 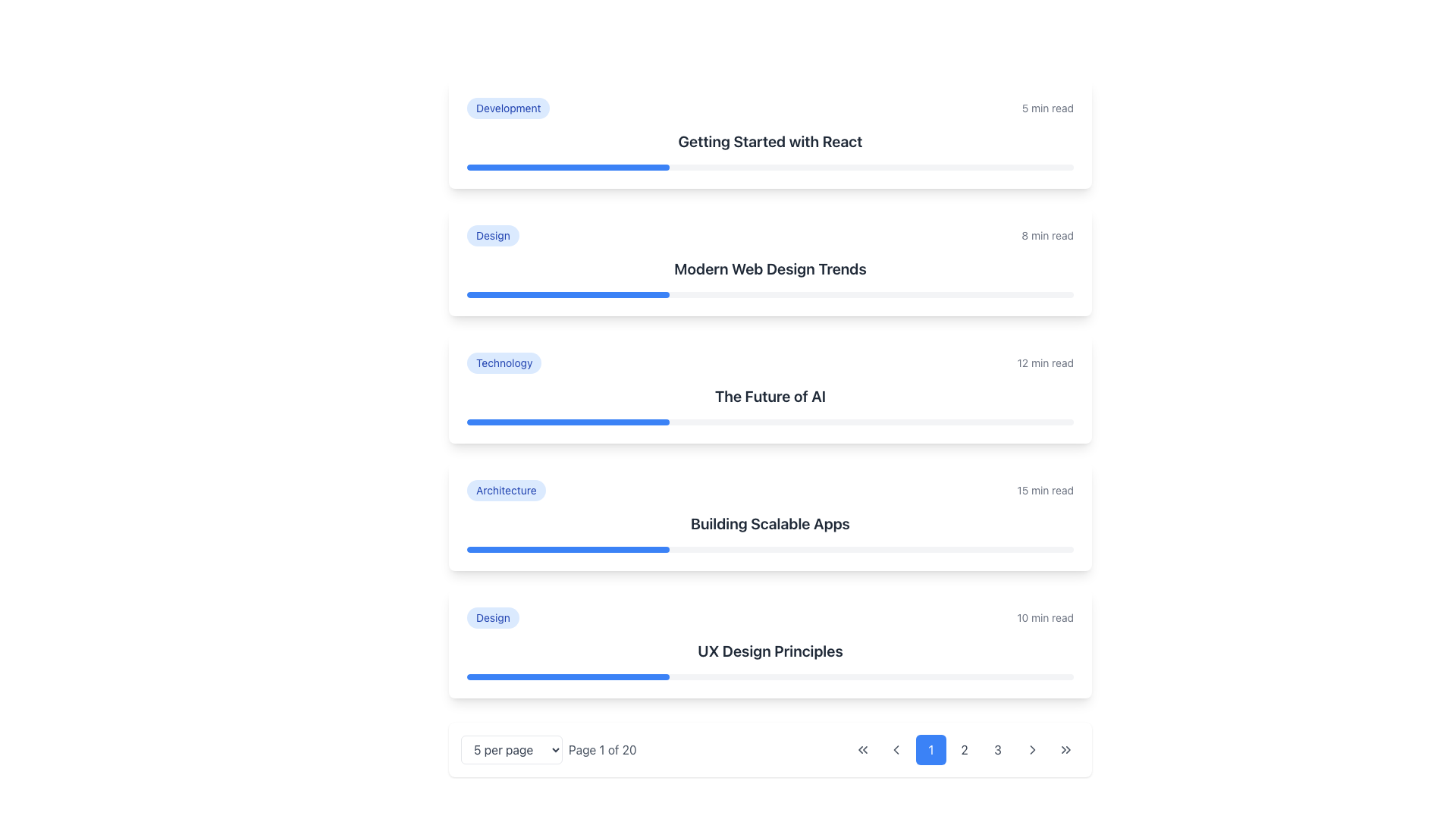 I want to click on the left-facing chevron icon button located in the pagination bar at the bottom-center of the layout, so click(x=896, y=748).